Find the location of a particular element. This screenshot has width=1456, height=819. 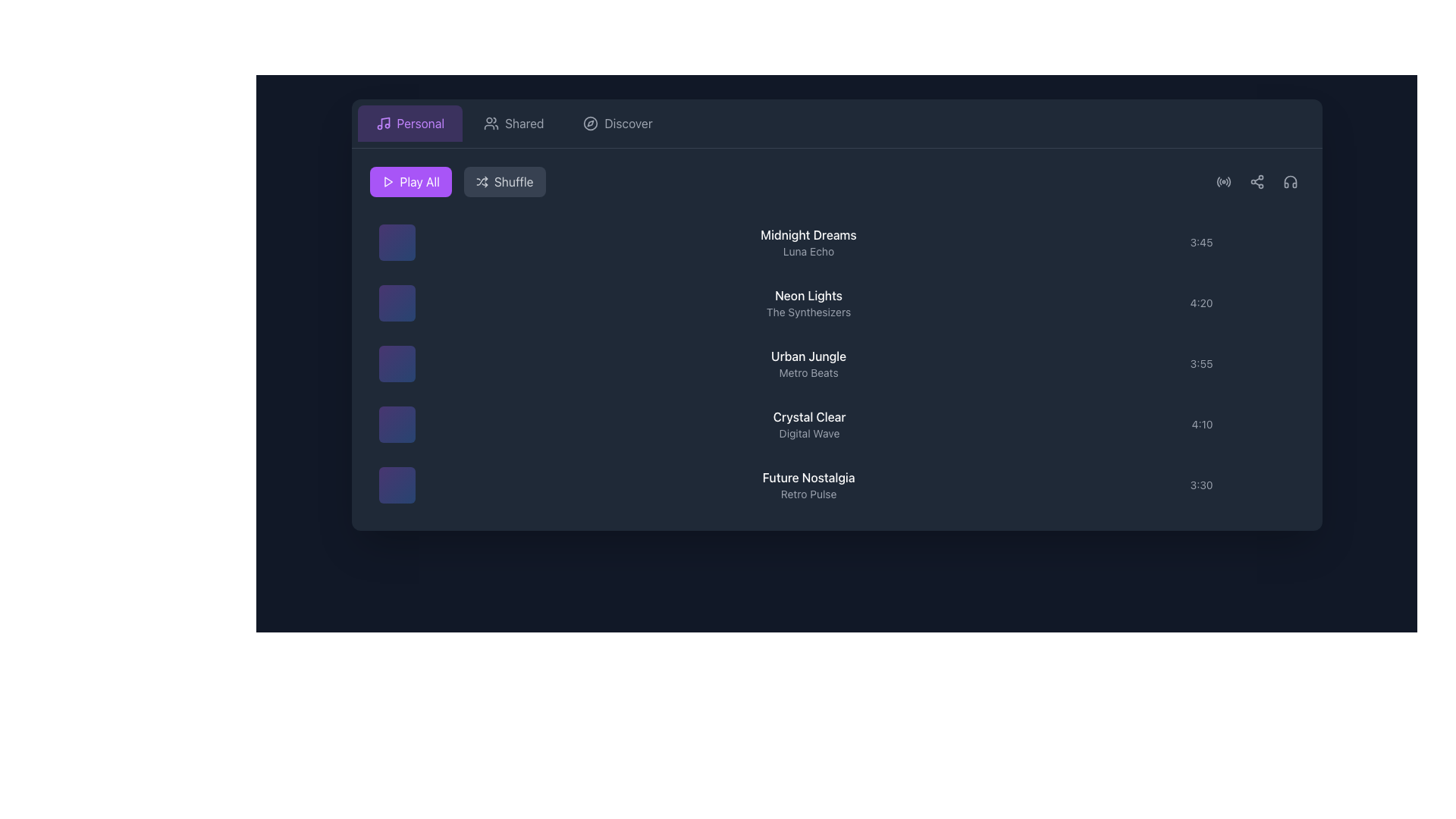

the subtle text label displaying '4:20' located in the rightmost column, aligned with 'Crystal Clear' and 'Digital Wave' is located at coordinates (1200, 303).